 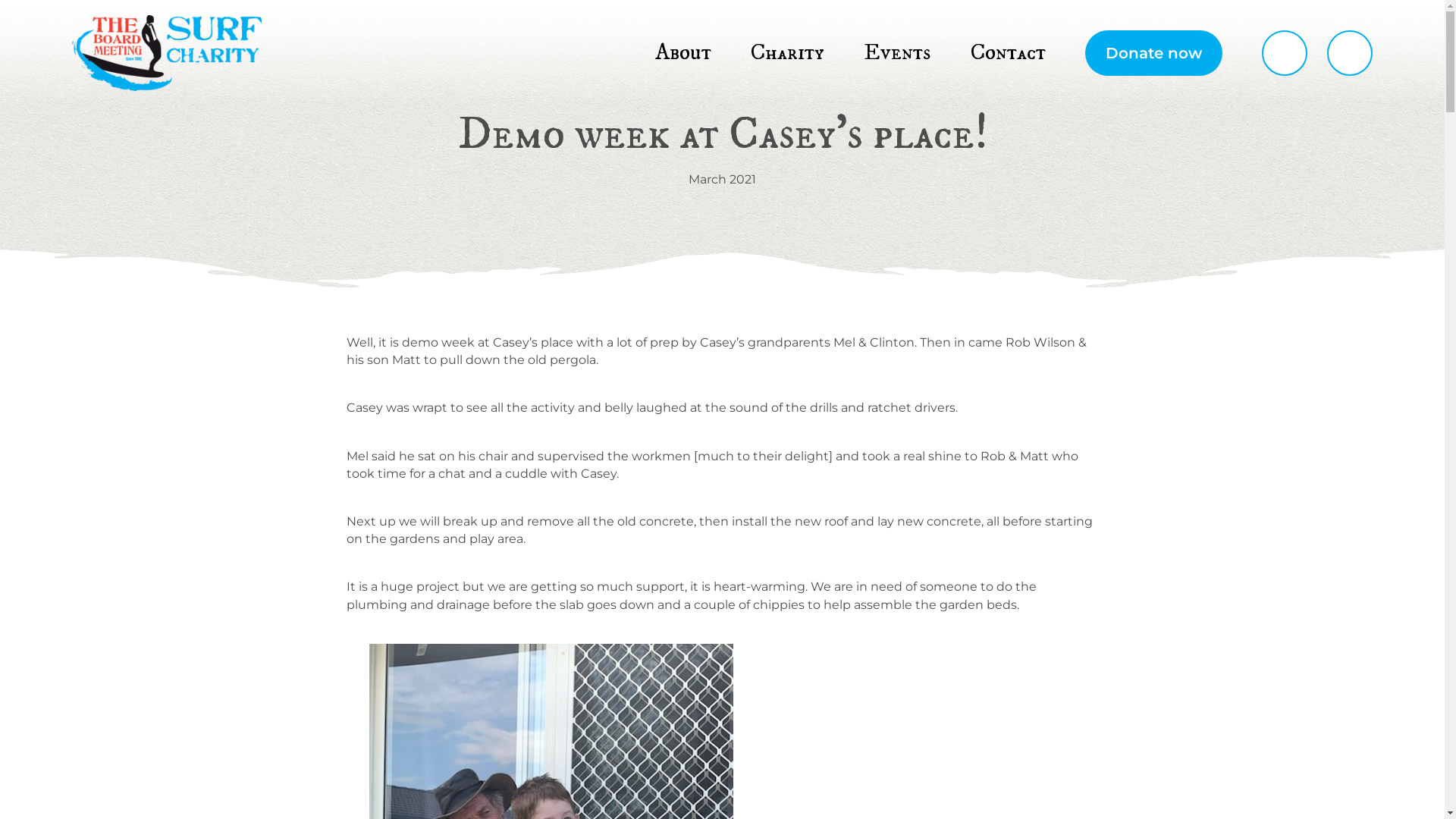 What do you see at coordinates (1008, 52) in the screenshot?
I see `'Contact'` at bounding box center [1008, 52].